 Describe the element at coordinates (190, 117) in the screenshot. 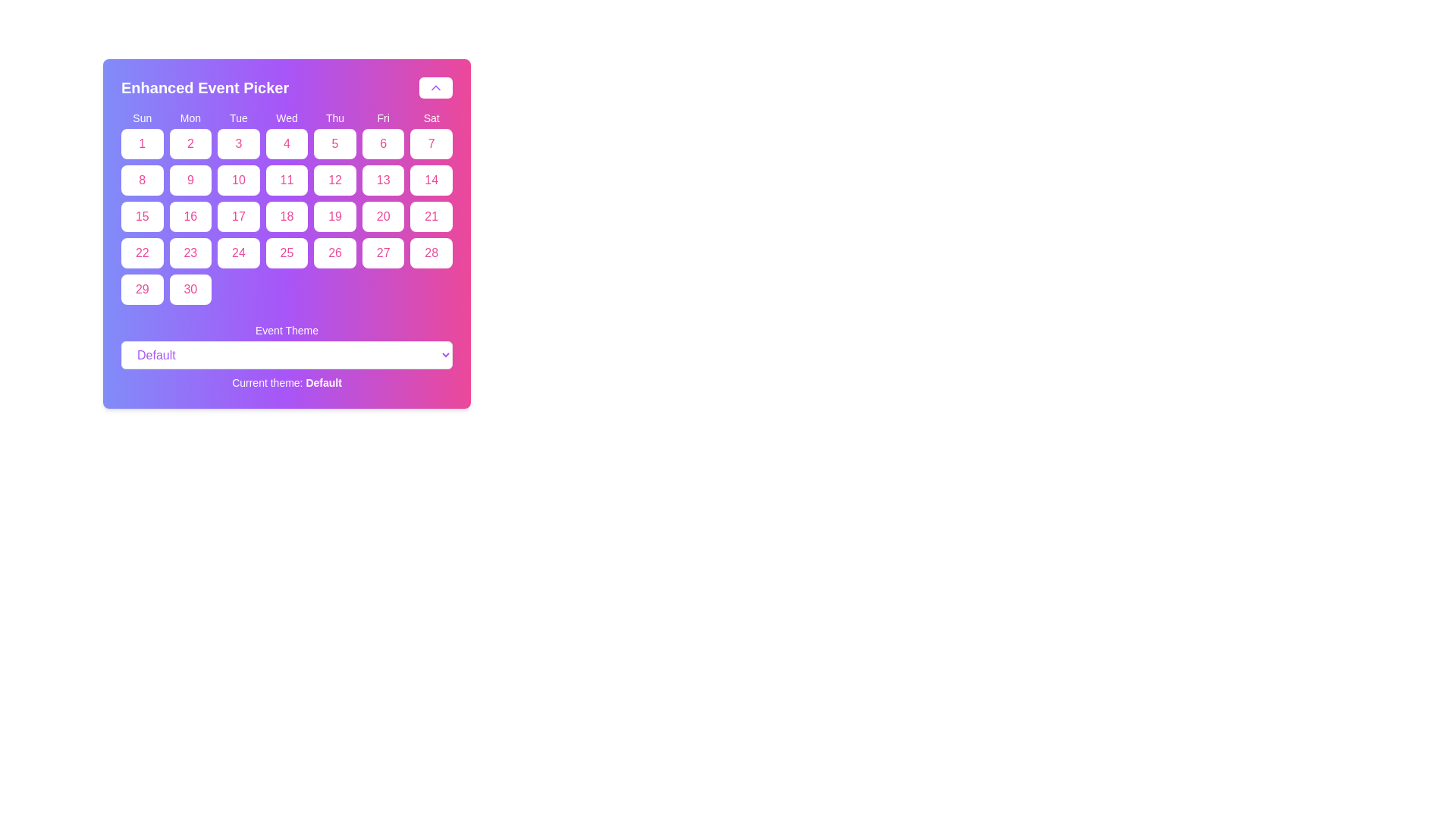

I see `text label 'Mon' which is styled in white on a purple background, positioned as the second element in a row of days of the week at the top of the calendar interface` at that location.